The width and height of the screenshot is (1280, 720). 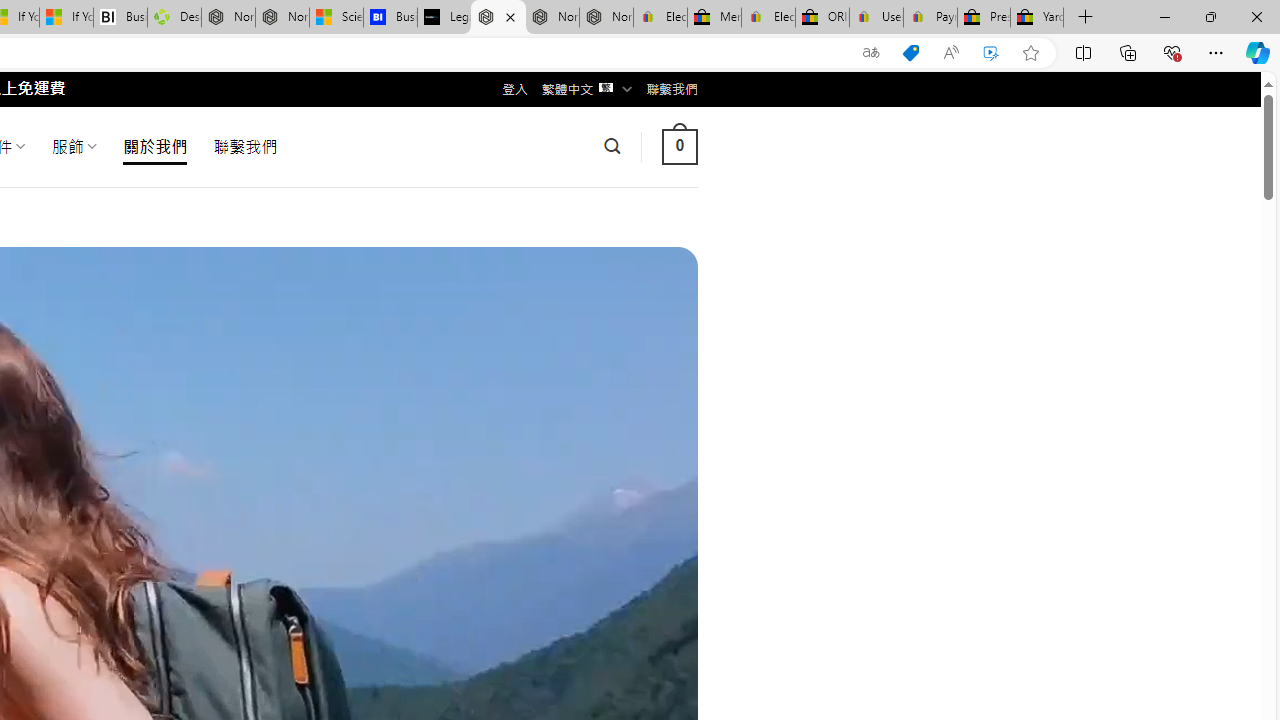 I want to click on ' 0 ', so click(x=679, y=145).